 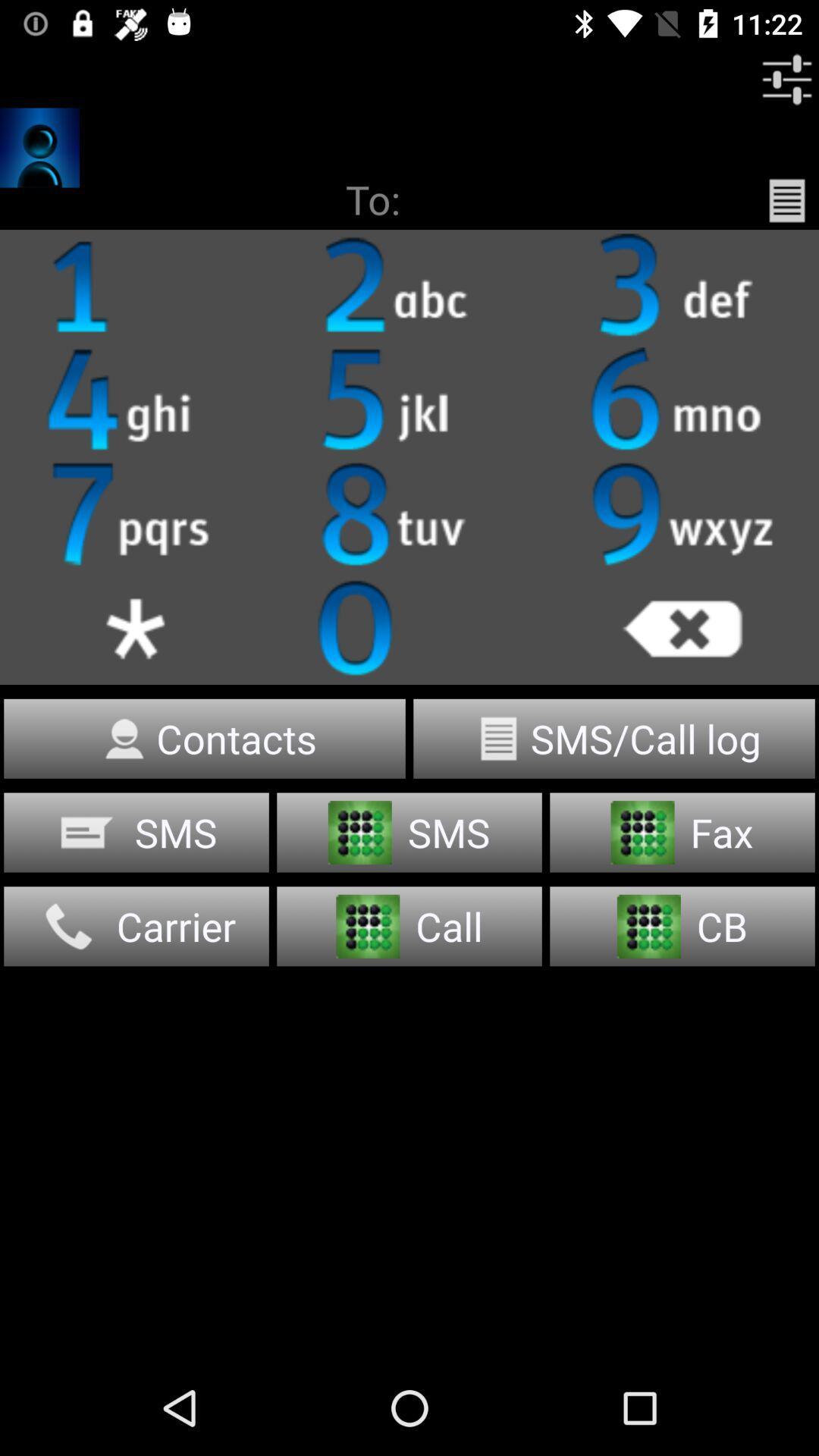 What do you see at coordinates (681, 832) in the screenshot?
I see `the text fax` at bounding box center [681, 832].